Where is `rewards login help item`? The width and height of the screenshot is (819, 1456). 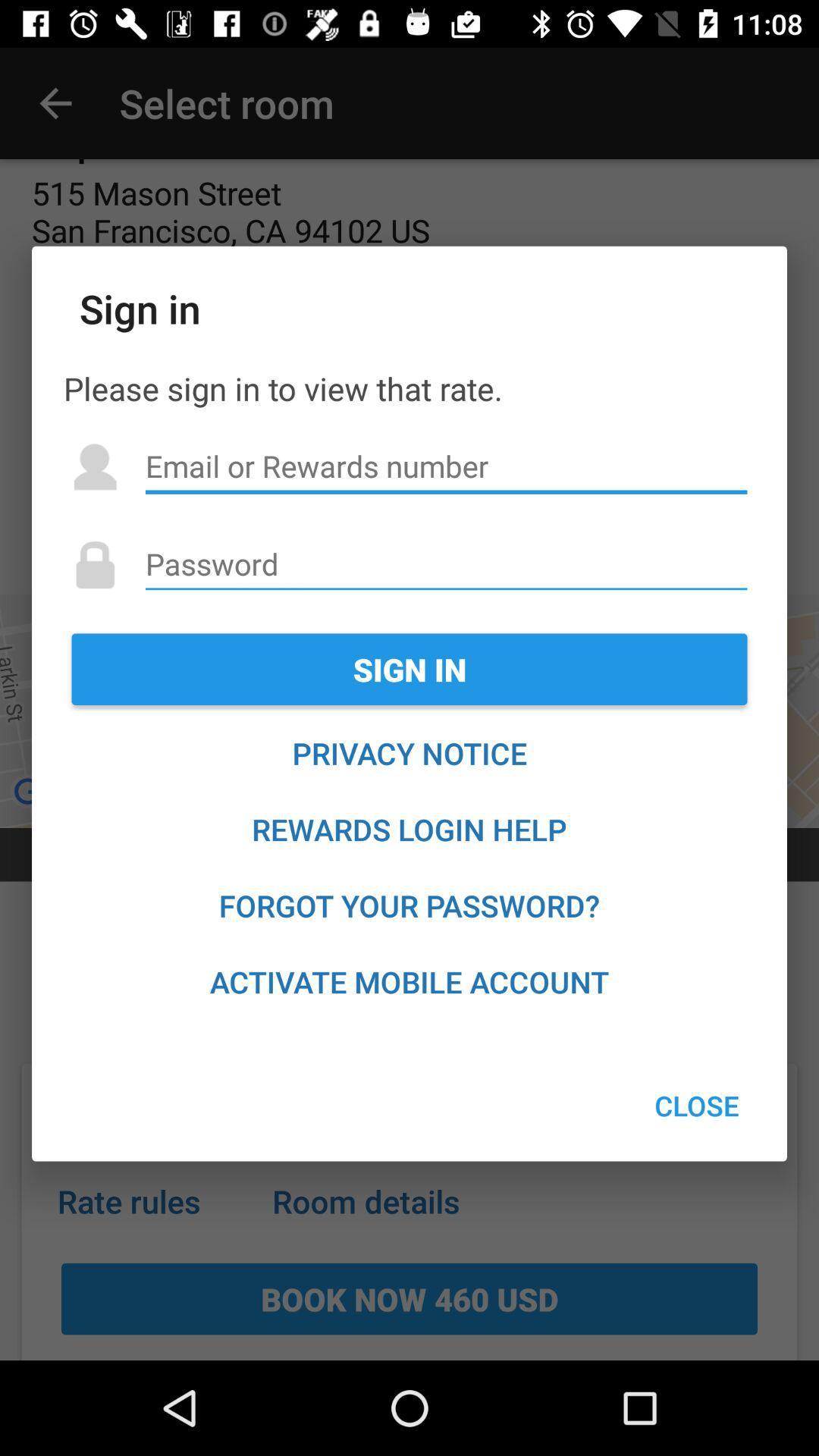
rewards login help item is located at coordinates (409, 828).